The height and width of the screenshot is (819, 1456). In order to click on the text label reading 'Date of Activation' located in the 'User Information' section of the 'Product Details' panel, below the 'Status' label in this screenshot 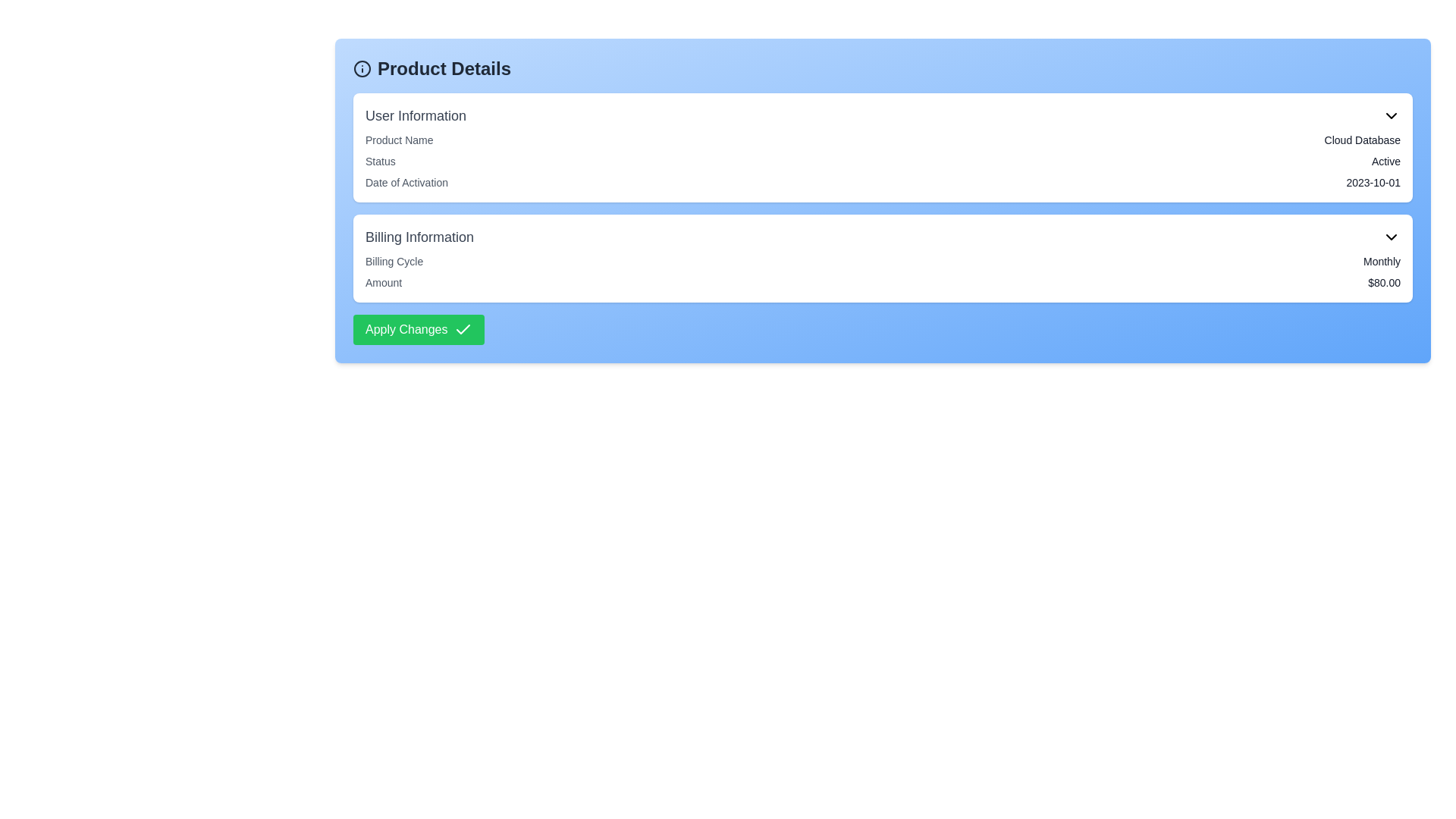, I will do `click(406, 181)`.